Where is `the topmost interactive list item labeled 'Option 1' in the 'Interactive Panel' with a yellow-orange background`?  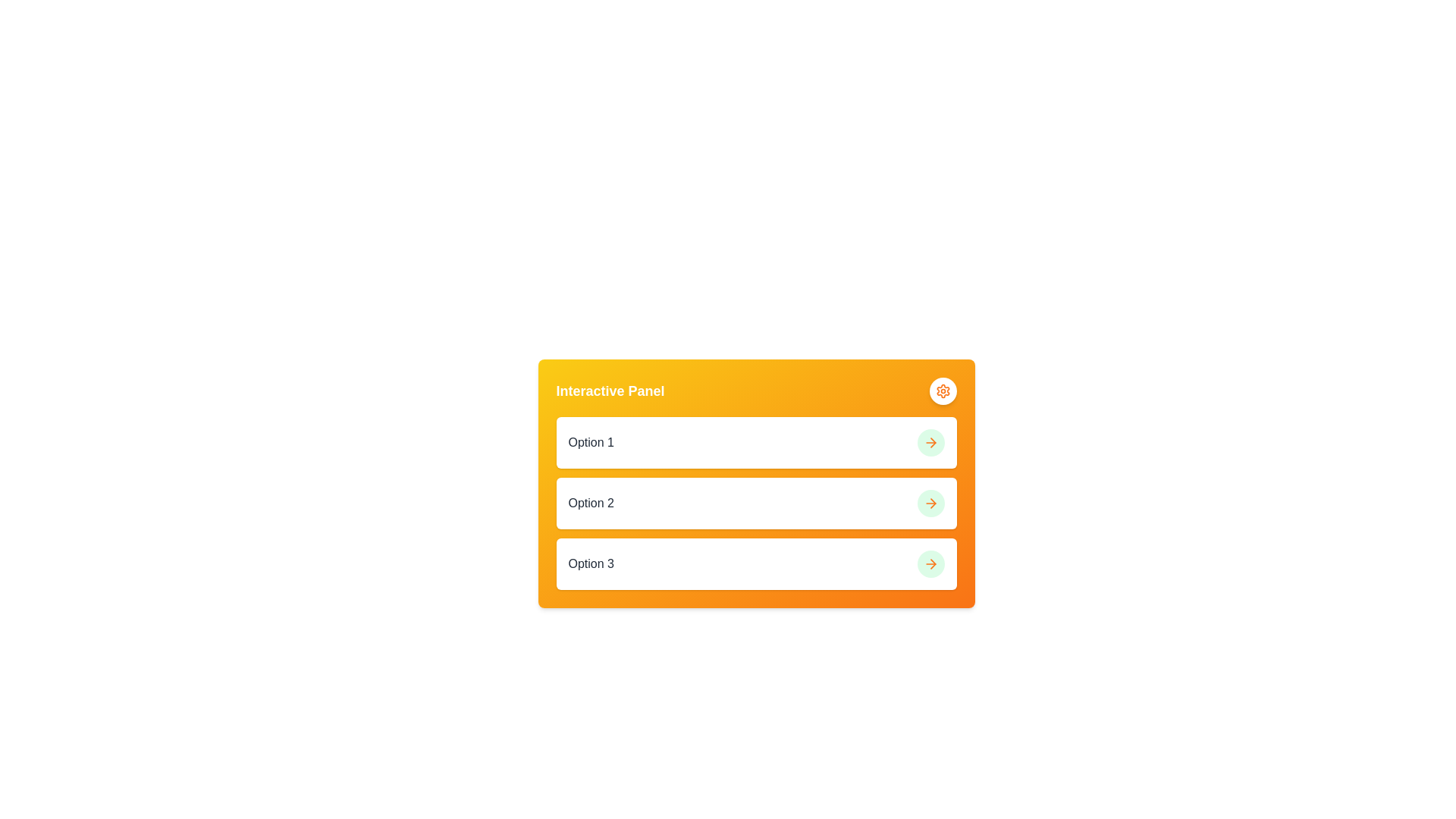 the topmost interactive list item labeled 'Option 1' in the 'Interactive Panel' with a yellow-orange background is located at coordinates (756, 442).